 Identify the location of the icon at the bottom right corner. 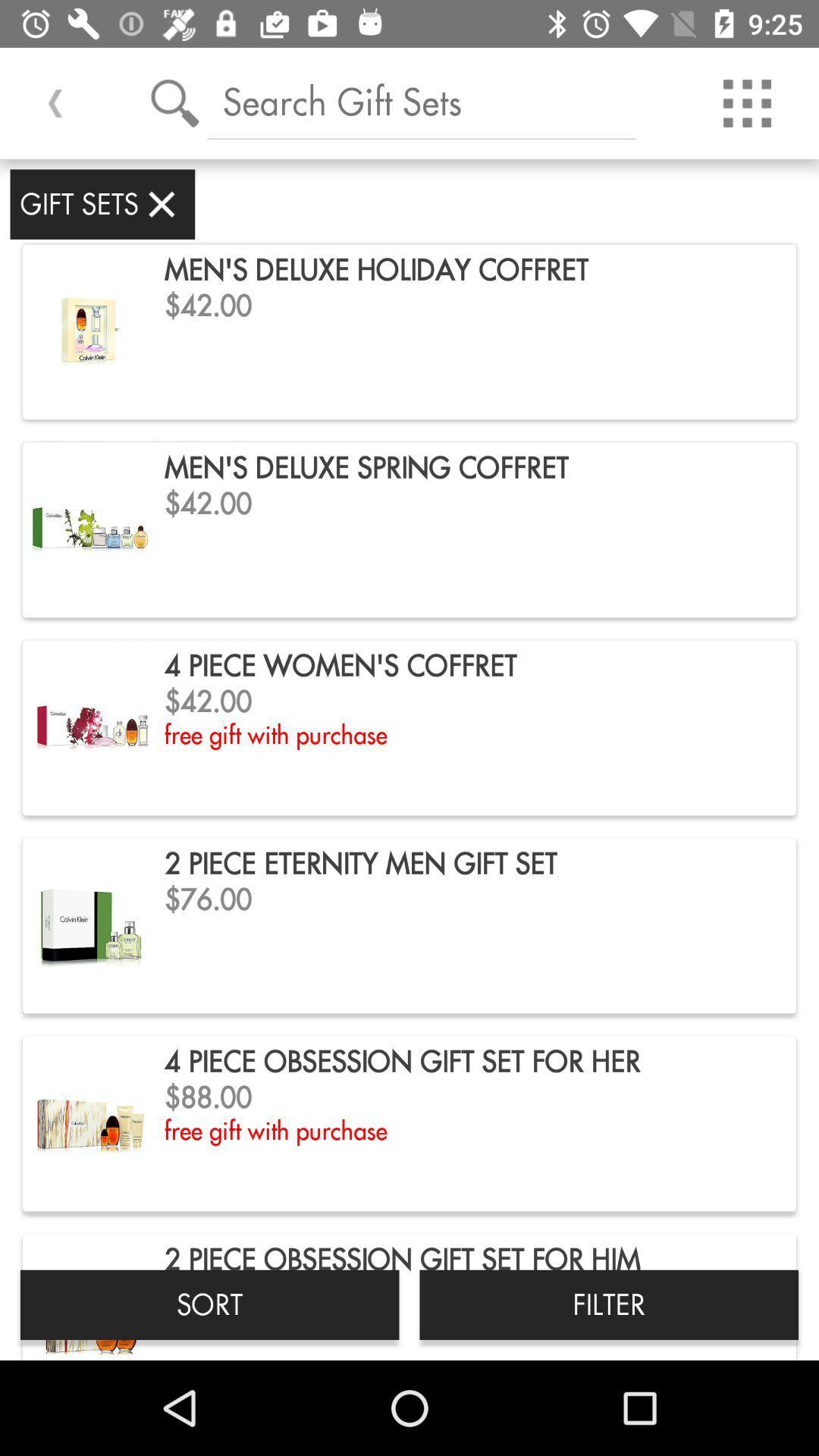
(608, 1304).